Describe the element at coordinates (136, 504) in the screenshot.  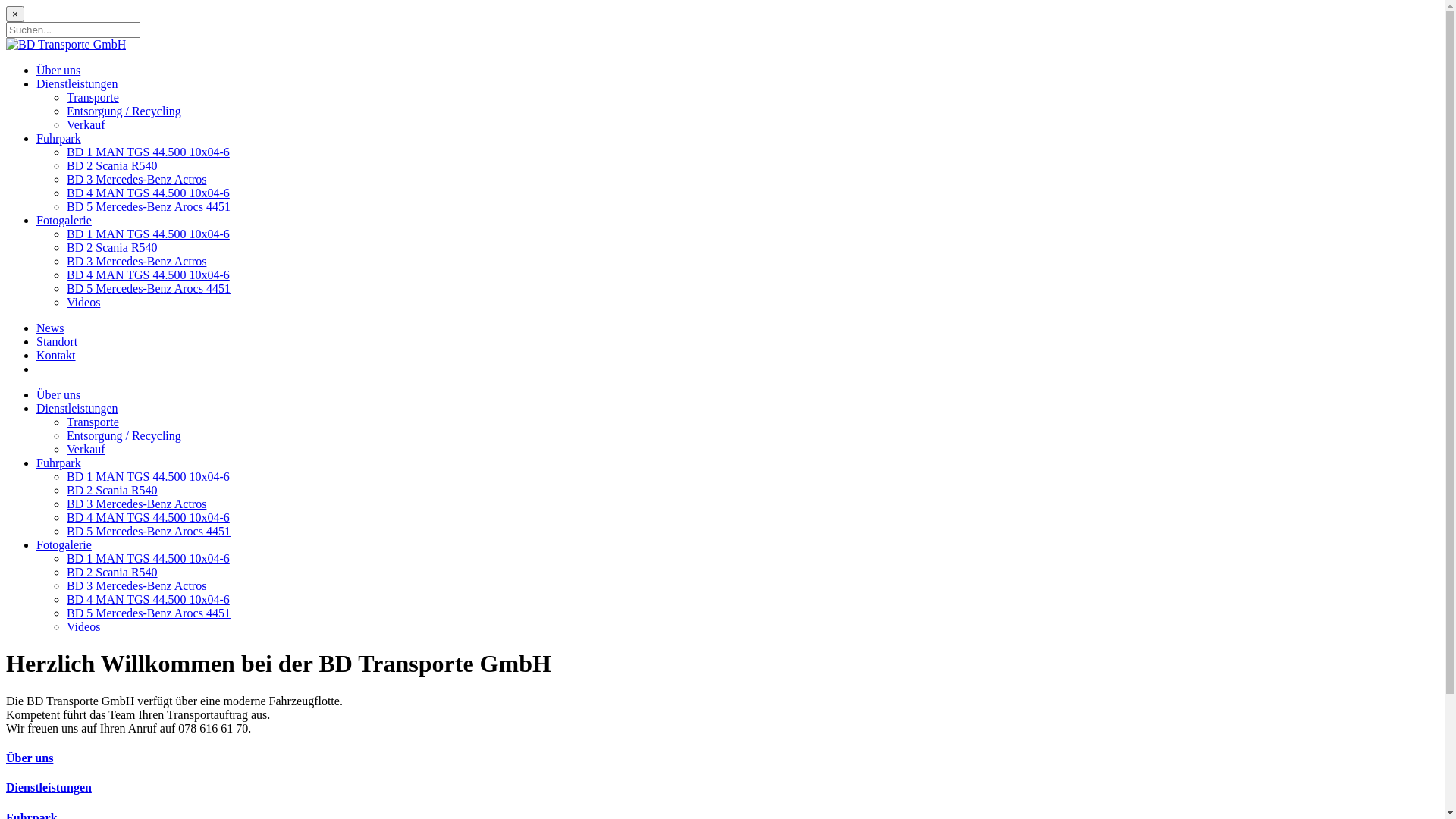
I see `'BD 3 Mercedes-Benz Actros'` at that location.